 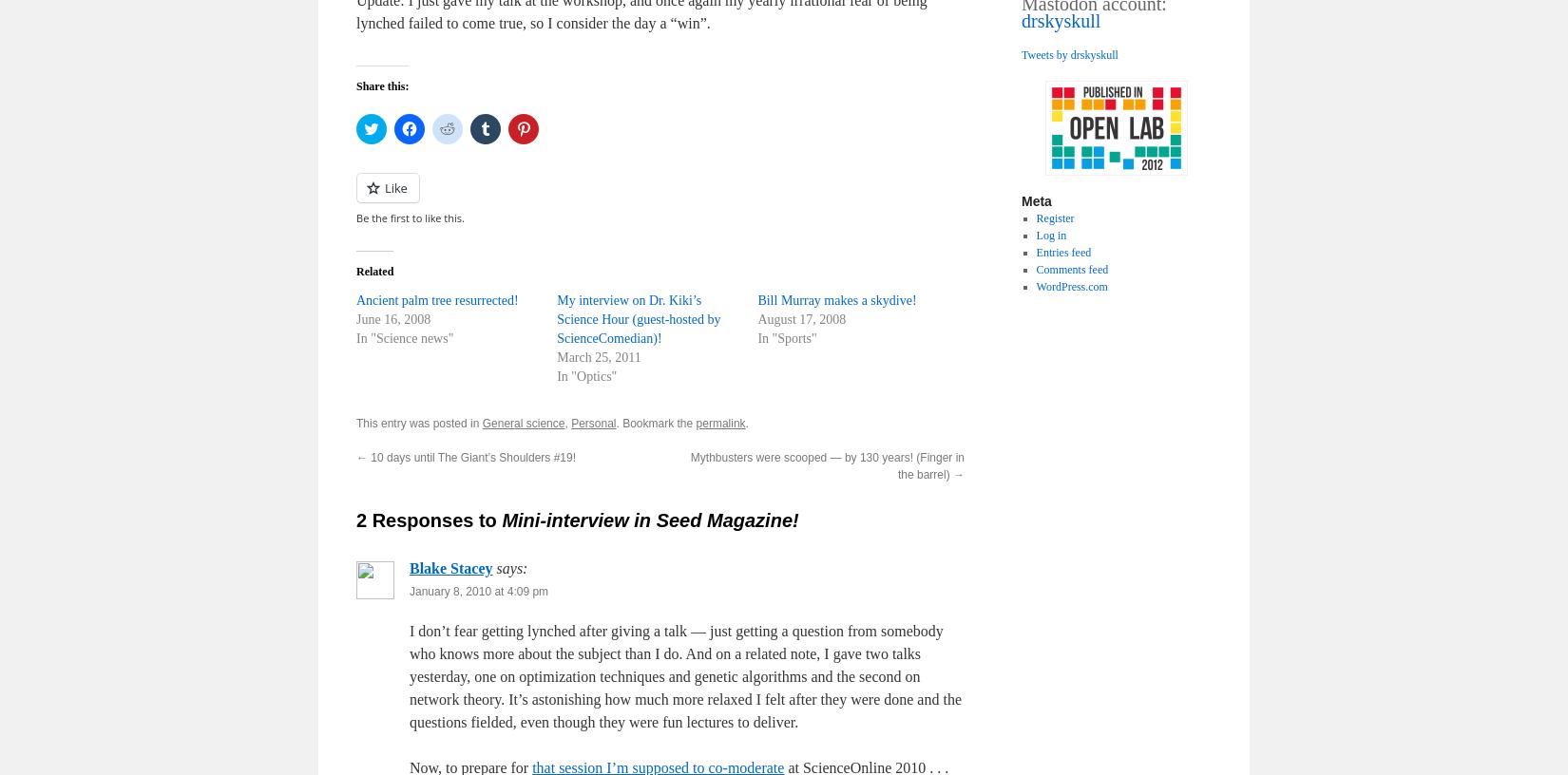 What do you see at coordinates (374, 271) in the screenshot?
I see `'Related'` at bounding box center [374, 271].